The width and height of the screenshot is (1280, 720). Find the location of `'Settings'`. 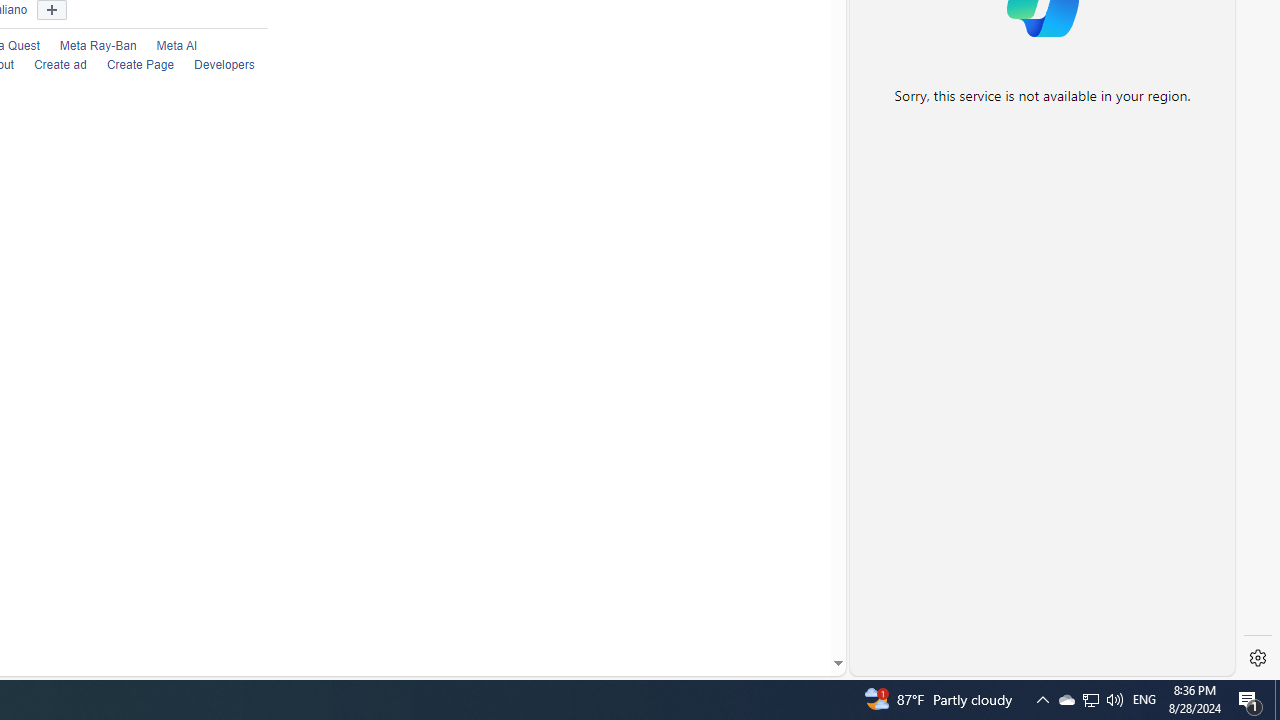

'Settings' is located at coordinates (1257, 658).